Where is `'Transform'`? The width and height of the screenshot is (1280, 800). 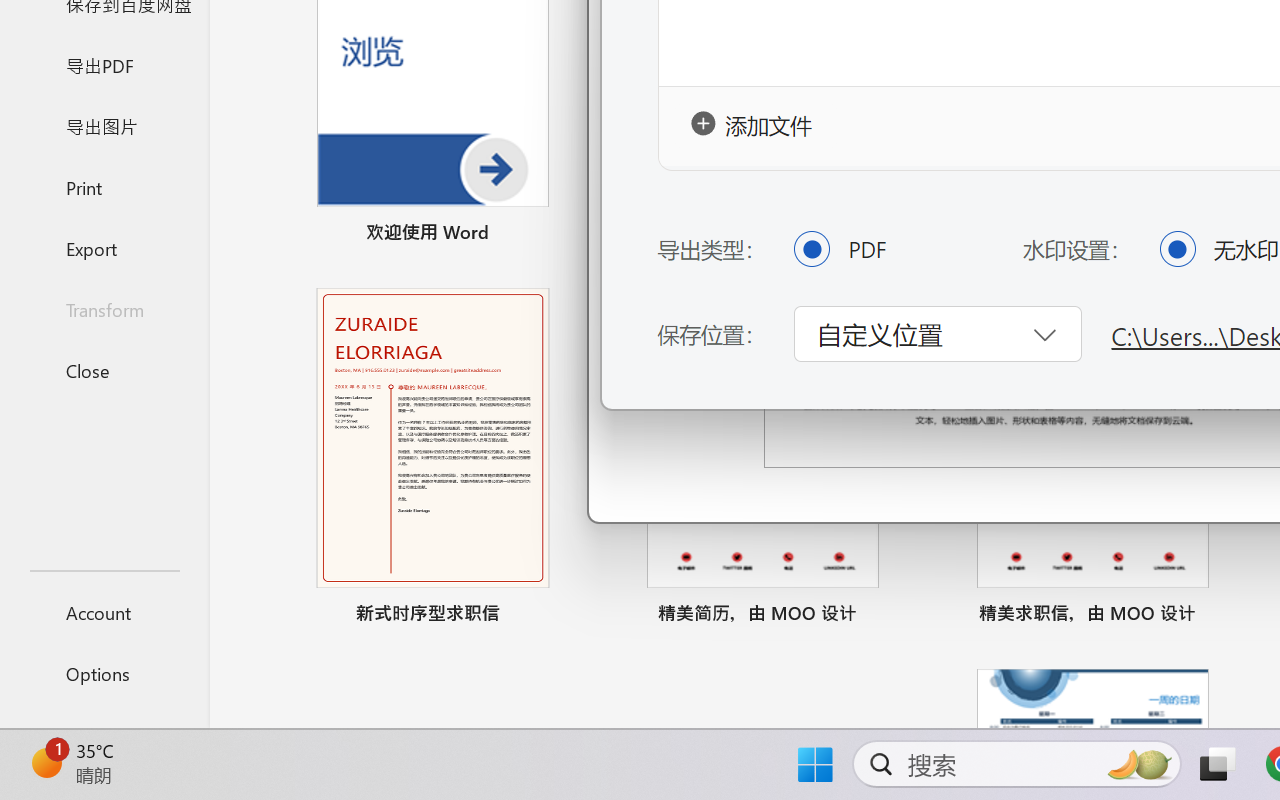 'Transform' is located at coordinates (103, 308).